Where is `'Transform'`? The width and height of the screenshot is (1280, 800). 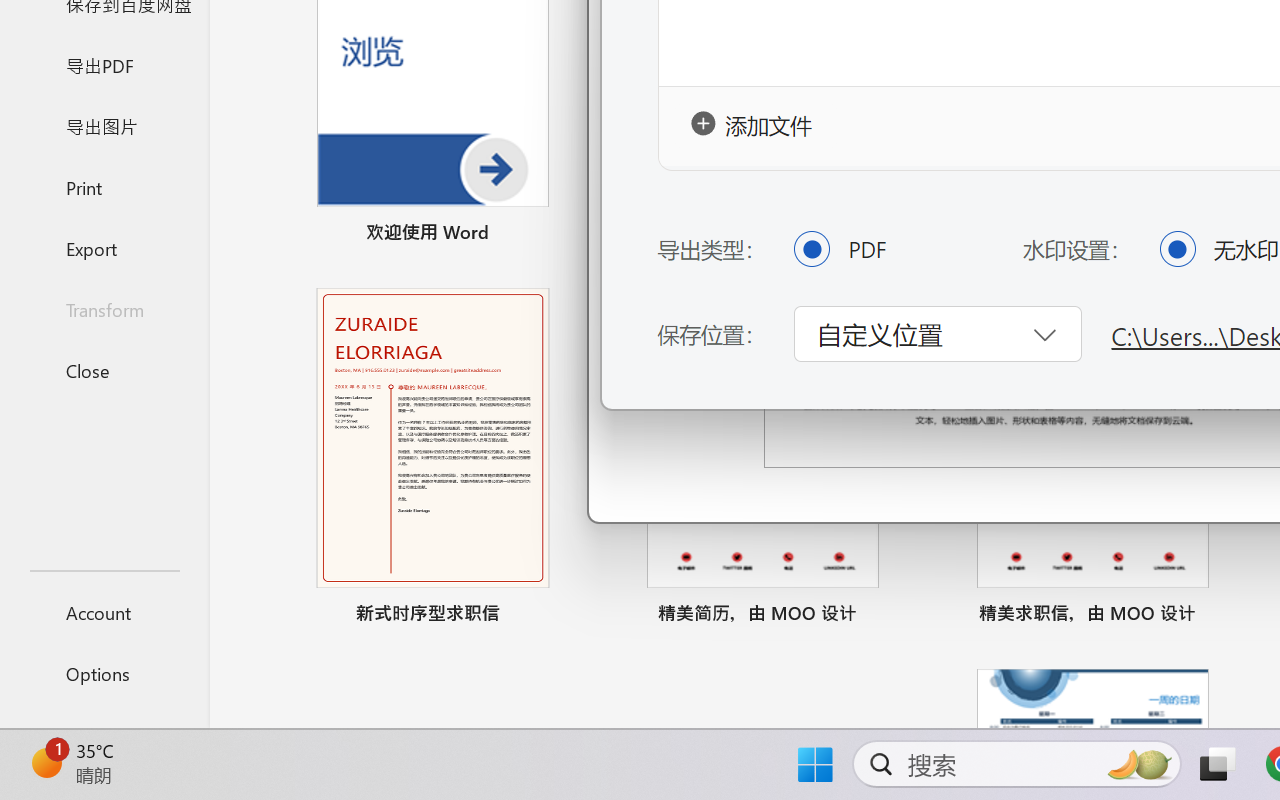 'Transform' is located at coordinates (103, 308).